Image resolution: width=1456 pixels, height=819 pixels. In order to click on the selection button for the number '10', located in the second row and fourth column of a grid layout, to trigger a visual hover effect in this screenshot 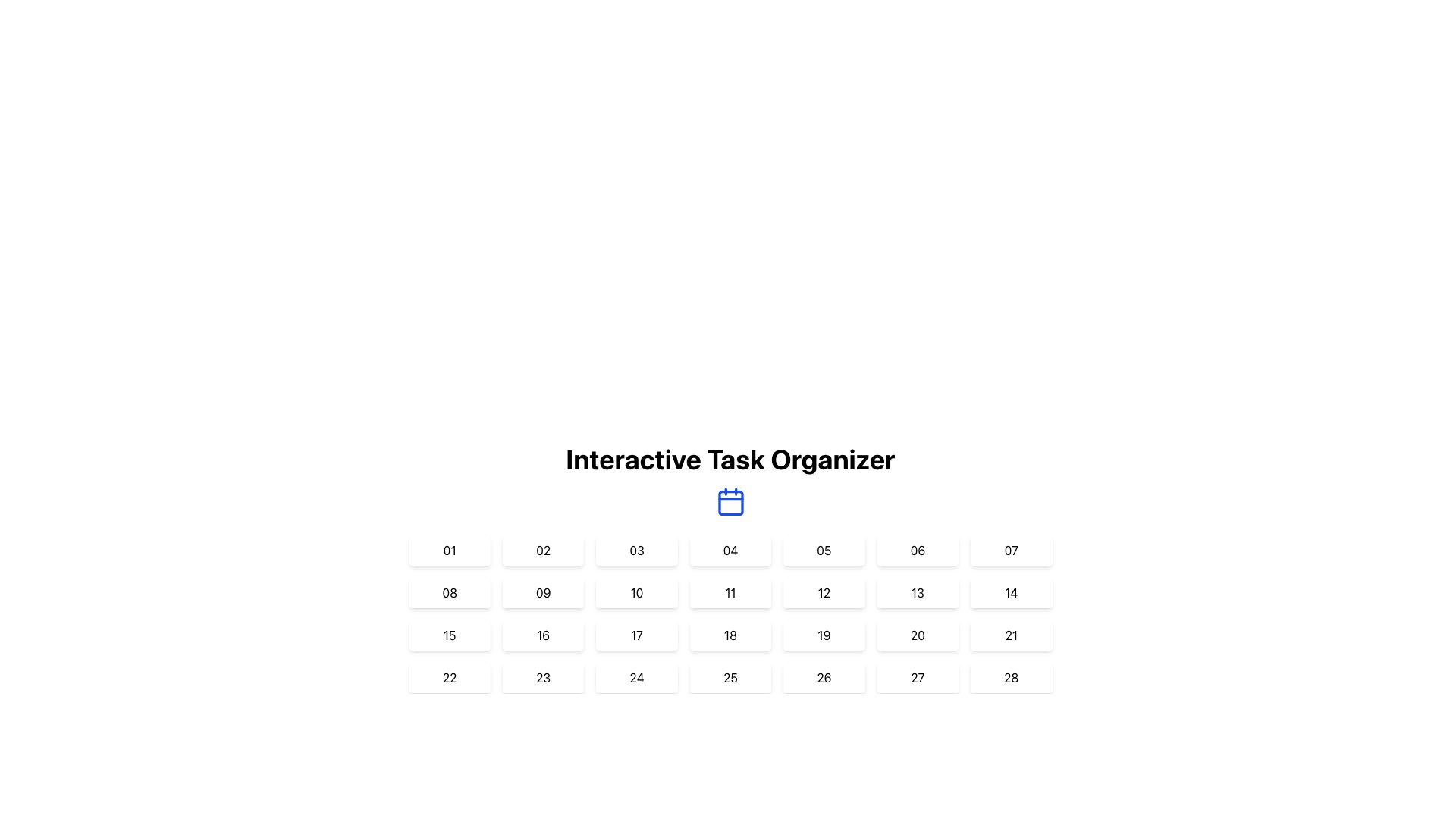, I will do `click(637, 592)`.